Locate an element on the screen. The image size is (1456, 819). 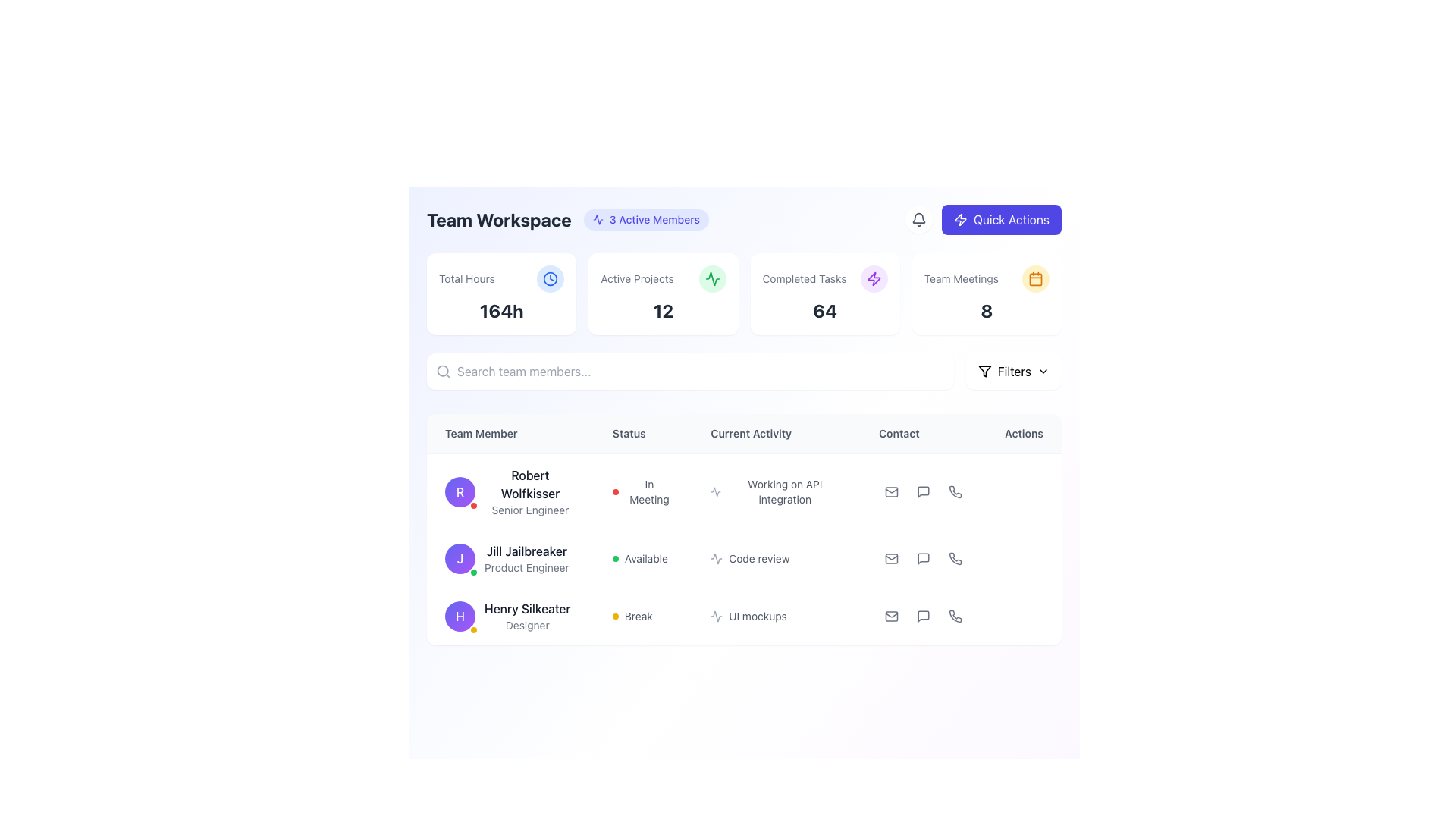
the informational label with a decorative icon indicating the current activity status of team member 'Henry Silkeater', located under the 'Current Activity' column in the table is located at coordinates (777, 617).